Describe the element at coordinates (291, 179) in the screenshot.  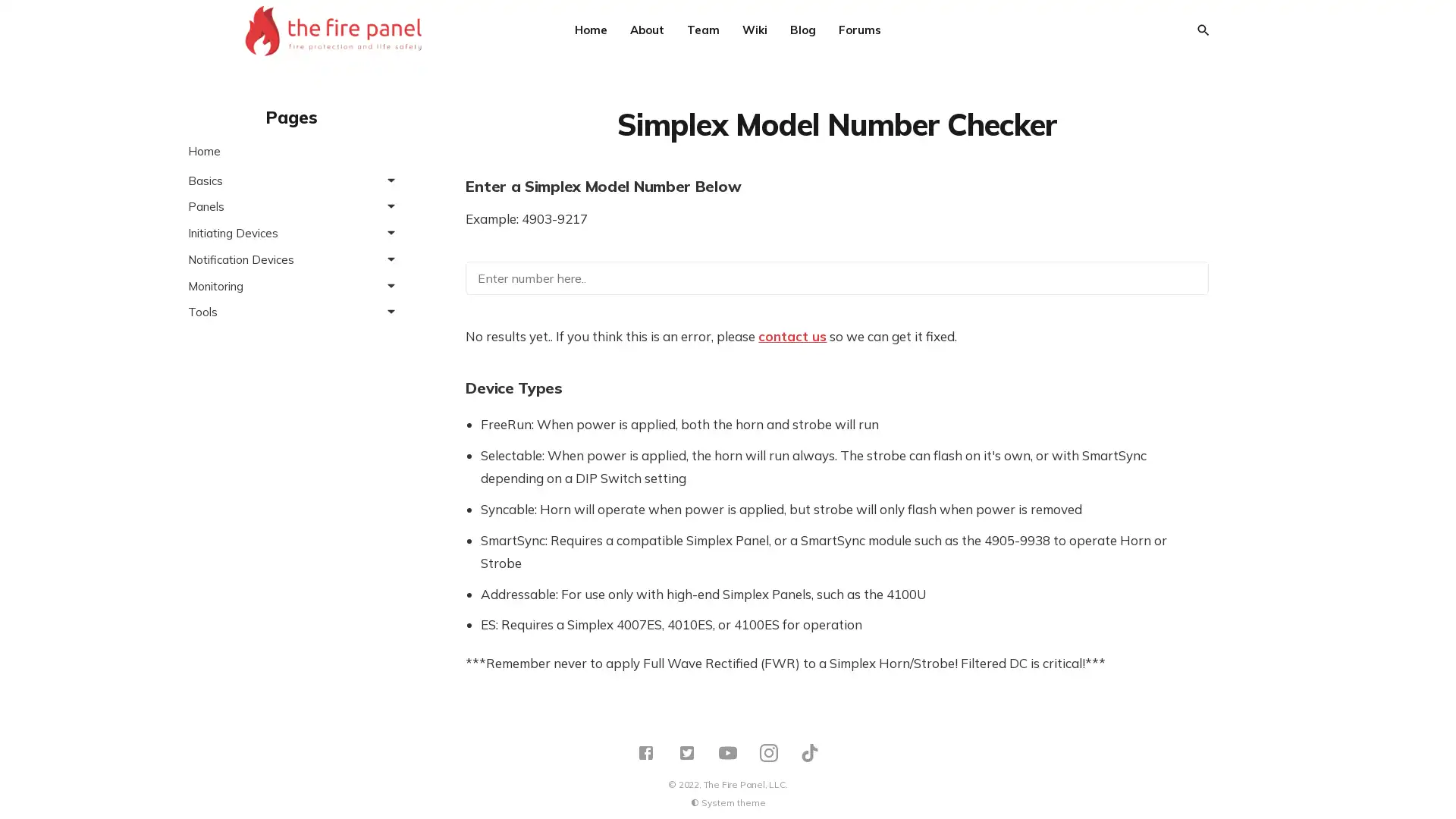
I see `Basics` at that location.